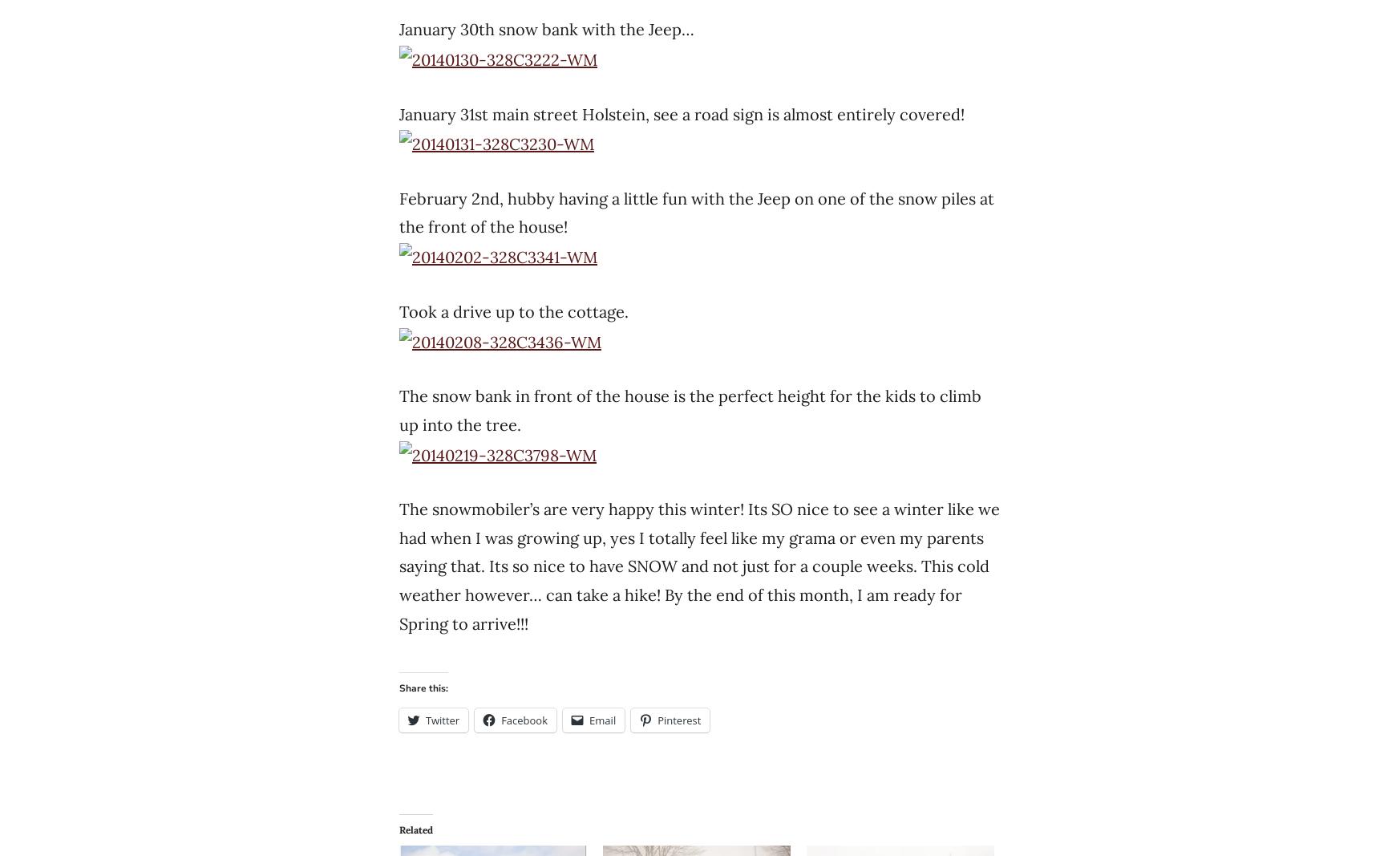 This screenshot has width=1400, height=856. What do you see at coordinates (690, 408) in the screenshot?
I see `'The snow bank in front of the house is the perfect height for the kids to climb up into the tree.'` at bounding box center [690, 408].